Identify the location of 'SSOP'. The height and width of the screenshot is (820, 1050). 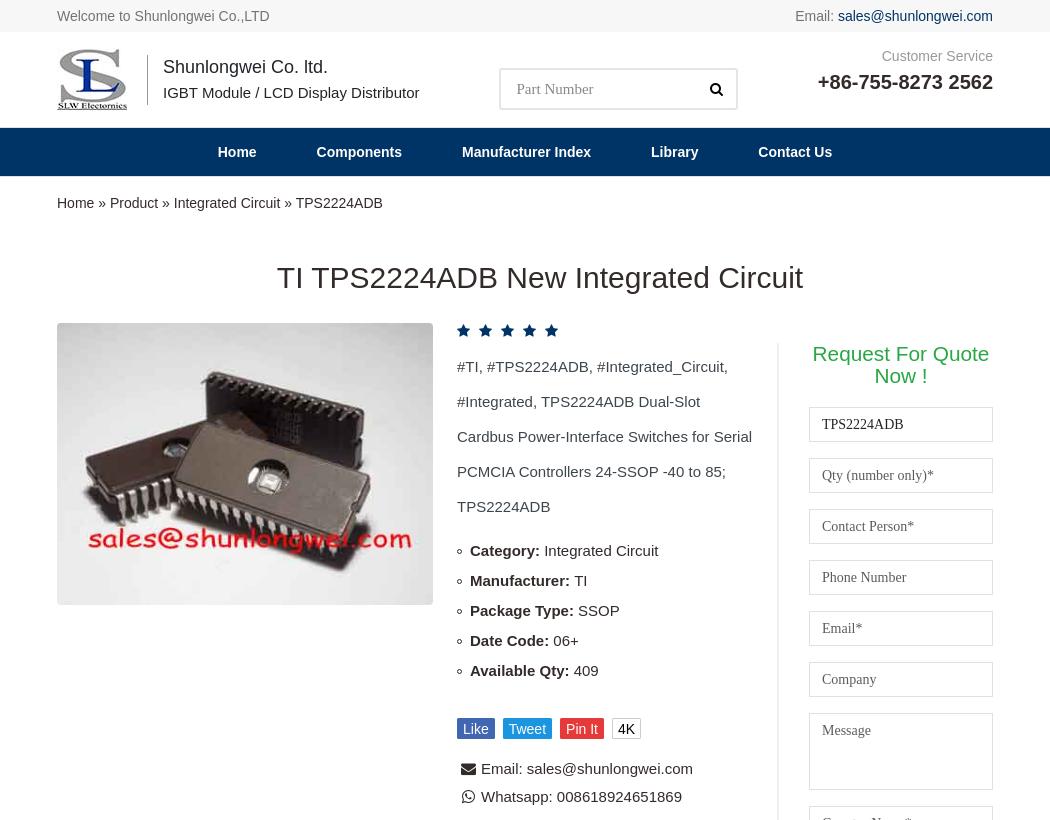
(597, 181).